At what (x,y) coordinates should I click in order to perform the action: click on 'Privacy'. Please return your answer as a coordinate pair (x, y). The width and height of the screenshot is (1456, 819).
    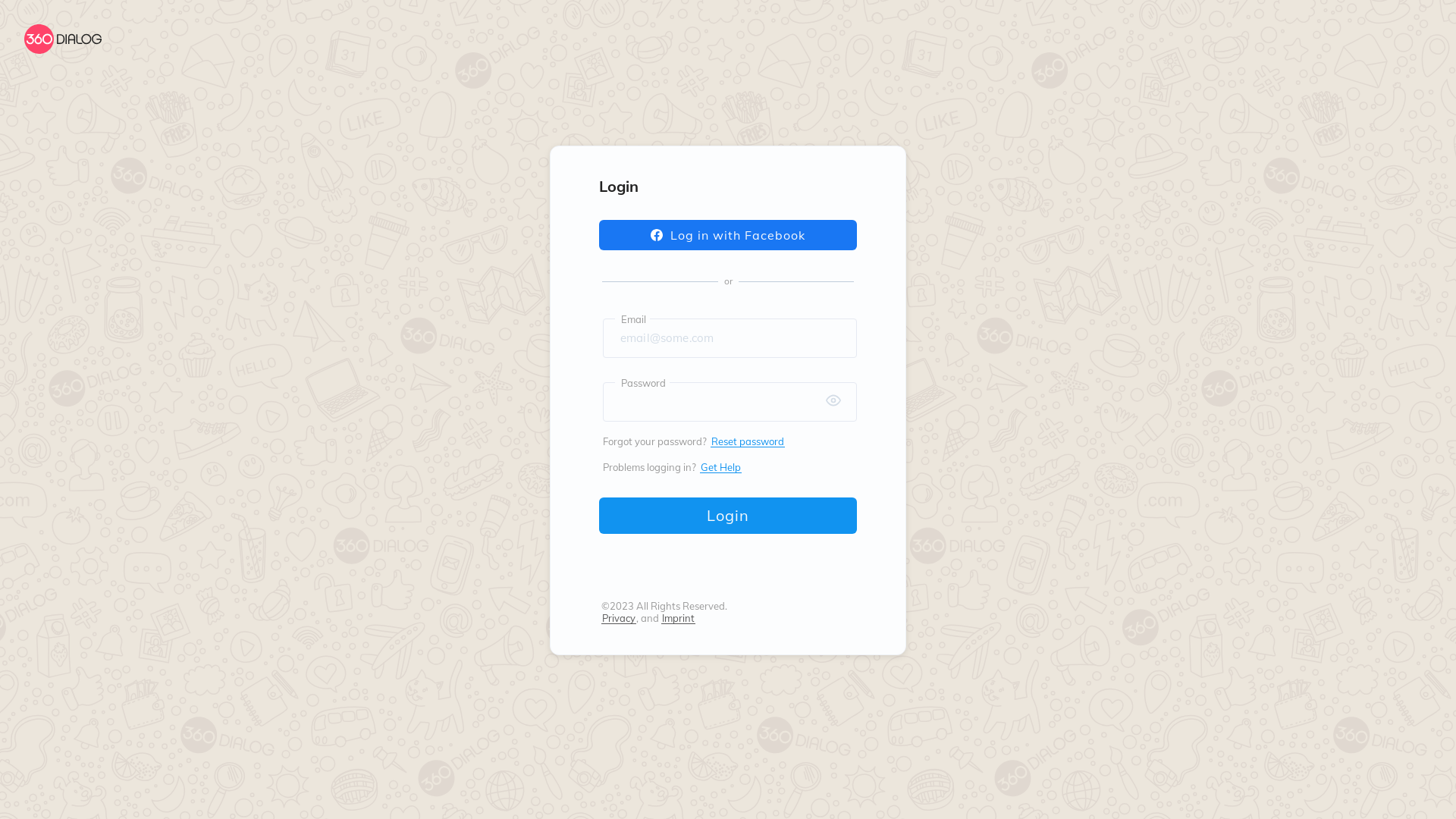
    Looking at the image, I should click on (618, 617).